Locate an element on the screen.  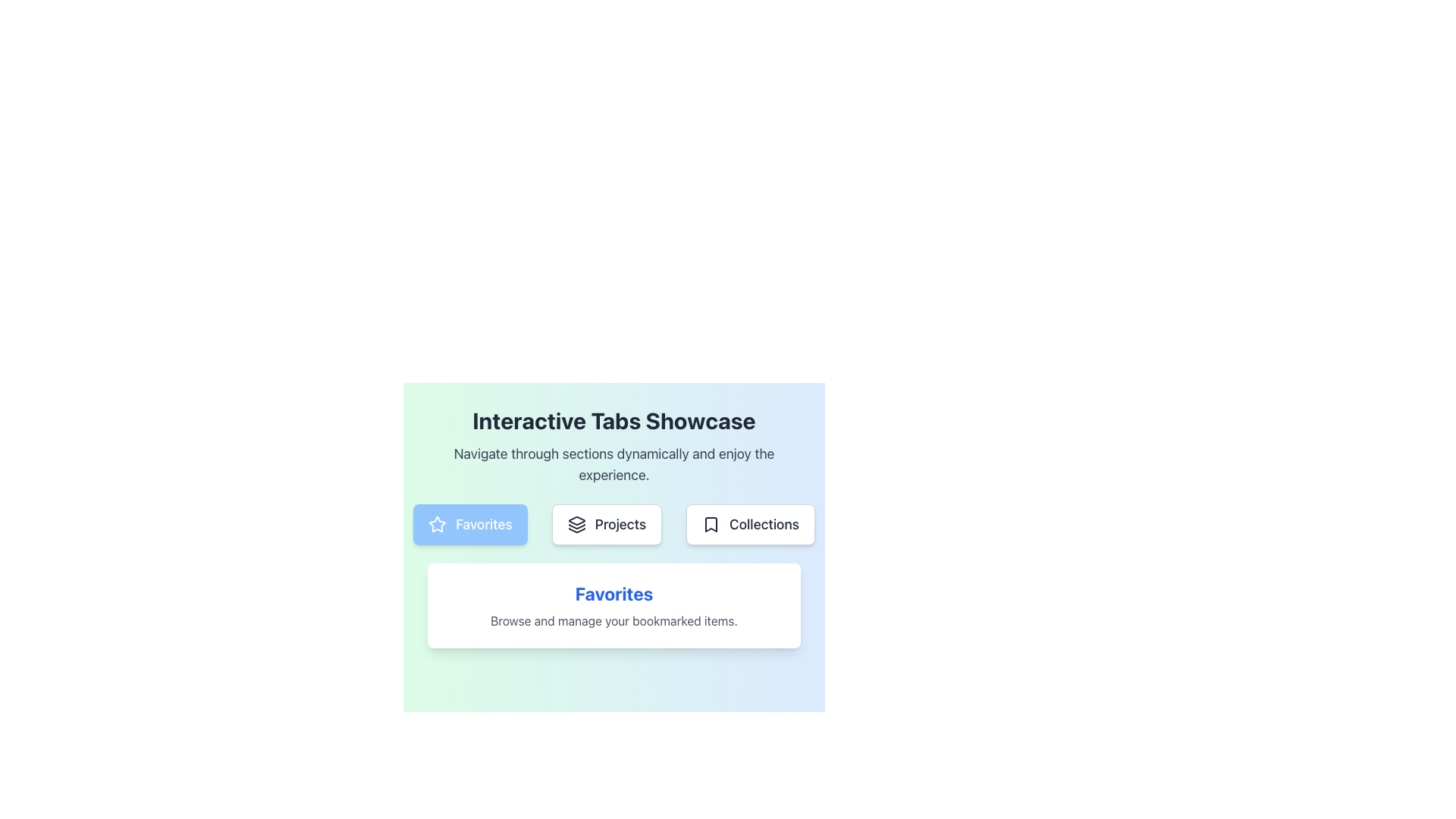
the 'Projects' icon, which is part of the button that navigates to the 'Projects' section is located at coordinates (576, 523).